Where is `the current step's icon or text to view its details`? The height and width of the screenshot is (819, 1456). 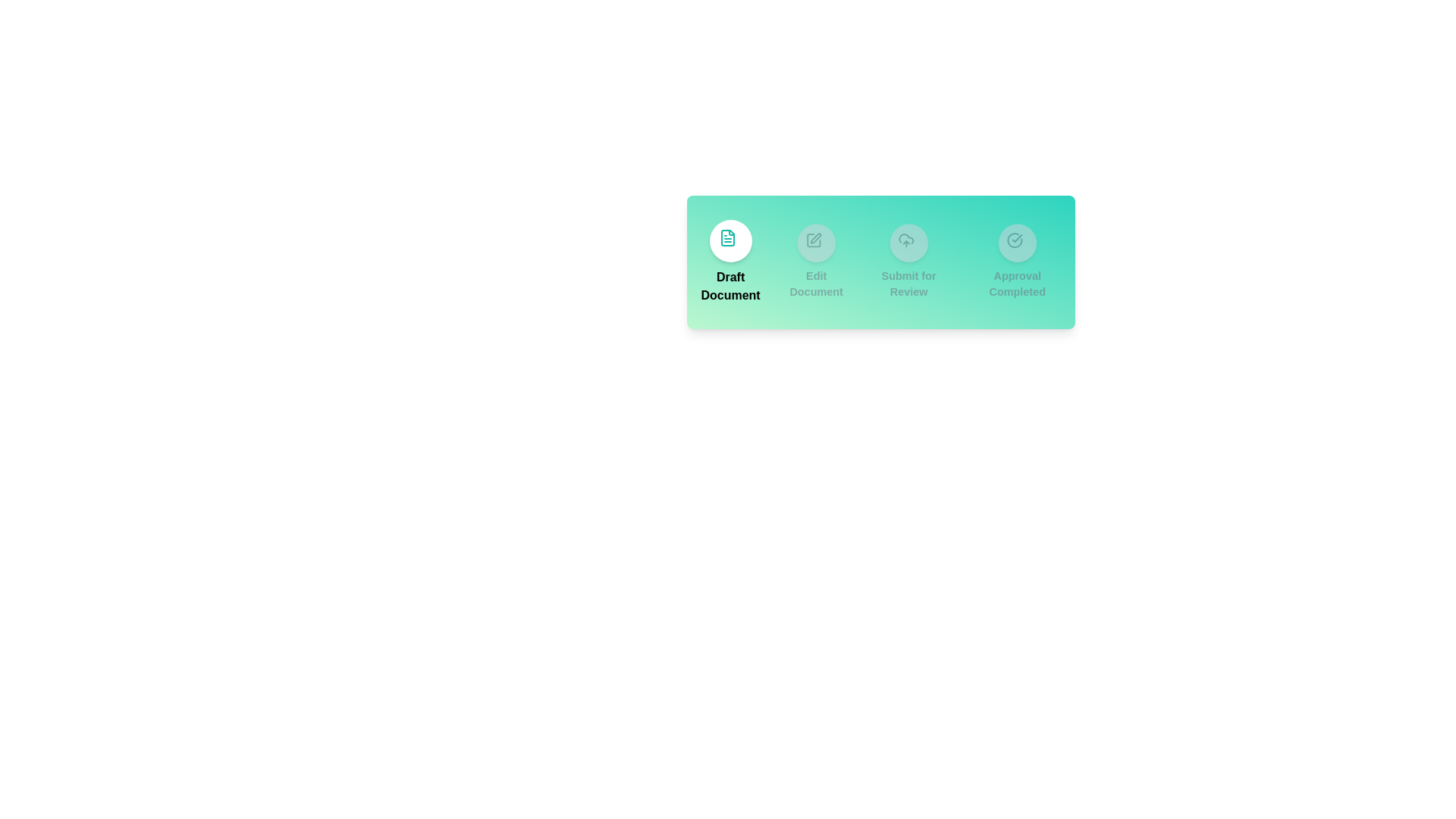 the current step's icon or text to view its details is located at coordinates (730, 240).